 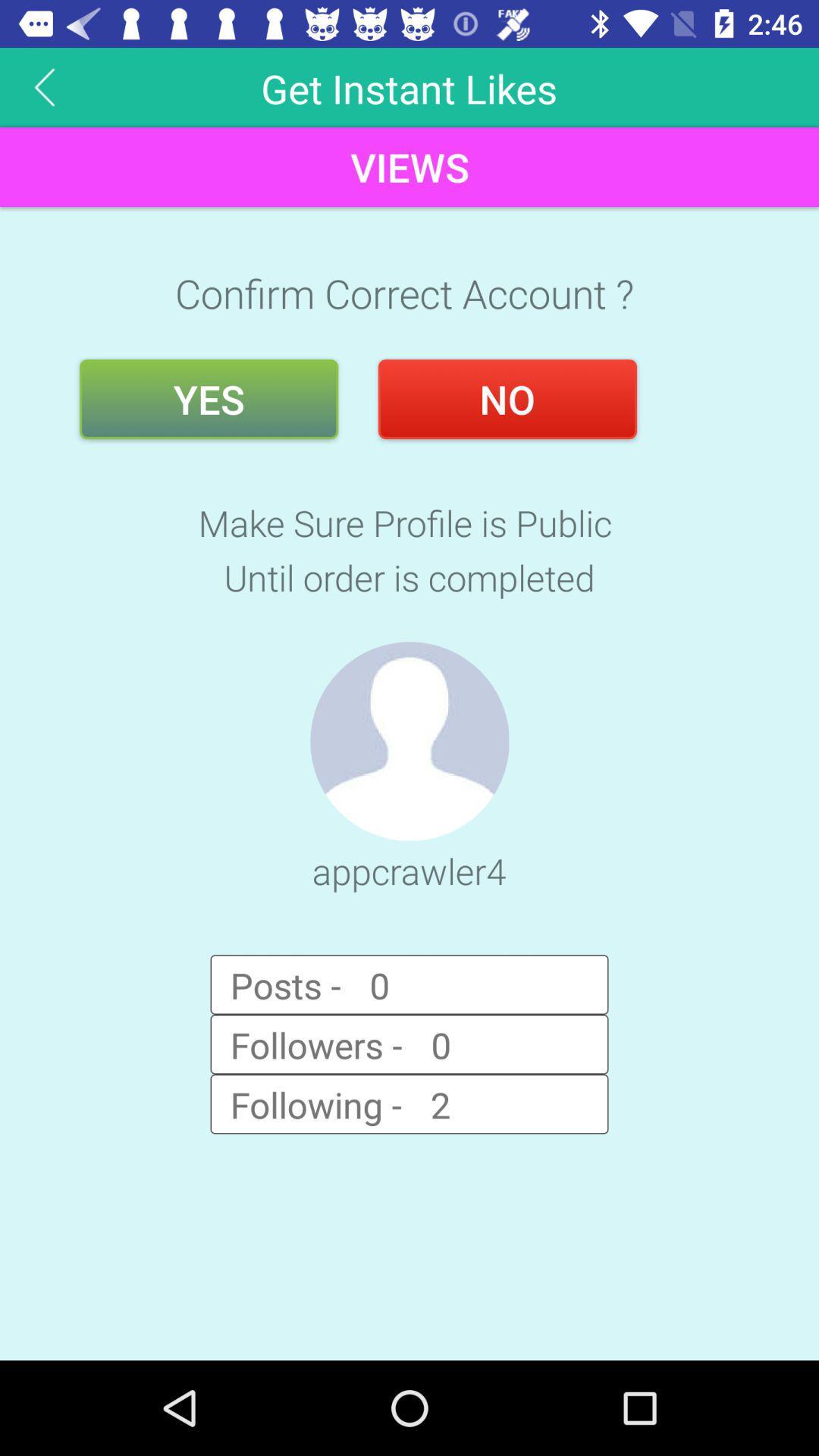 What do you see at coordinates (44, 86) in the screenshot?
I see `the arrow_backward icon` at bounding box center [44, 86].